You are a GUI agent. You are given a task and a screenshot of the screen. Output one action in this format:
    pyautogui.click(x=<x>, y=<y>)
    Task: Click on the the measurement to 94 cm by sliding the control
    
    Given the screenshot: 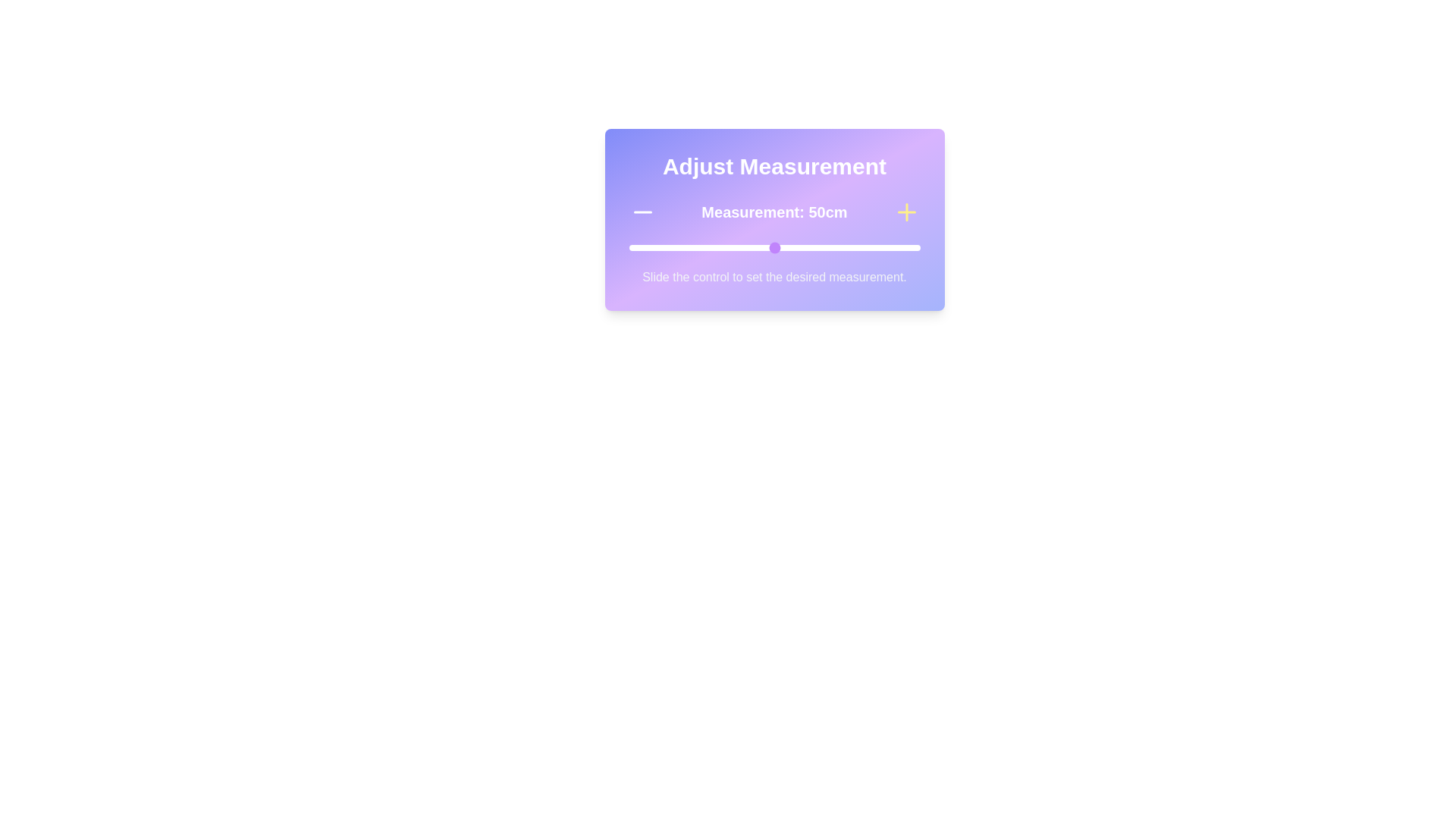 What is the action you would take?
    pyautogui.click(x=902, y=247)
    